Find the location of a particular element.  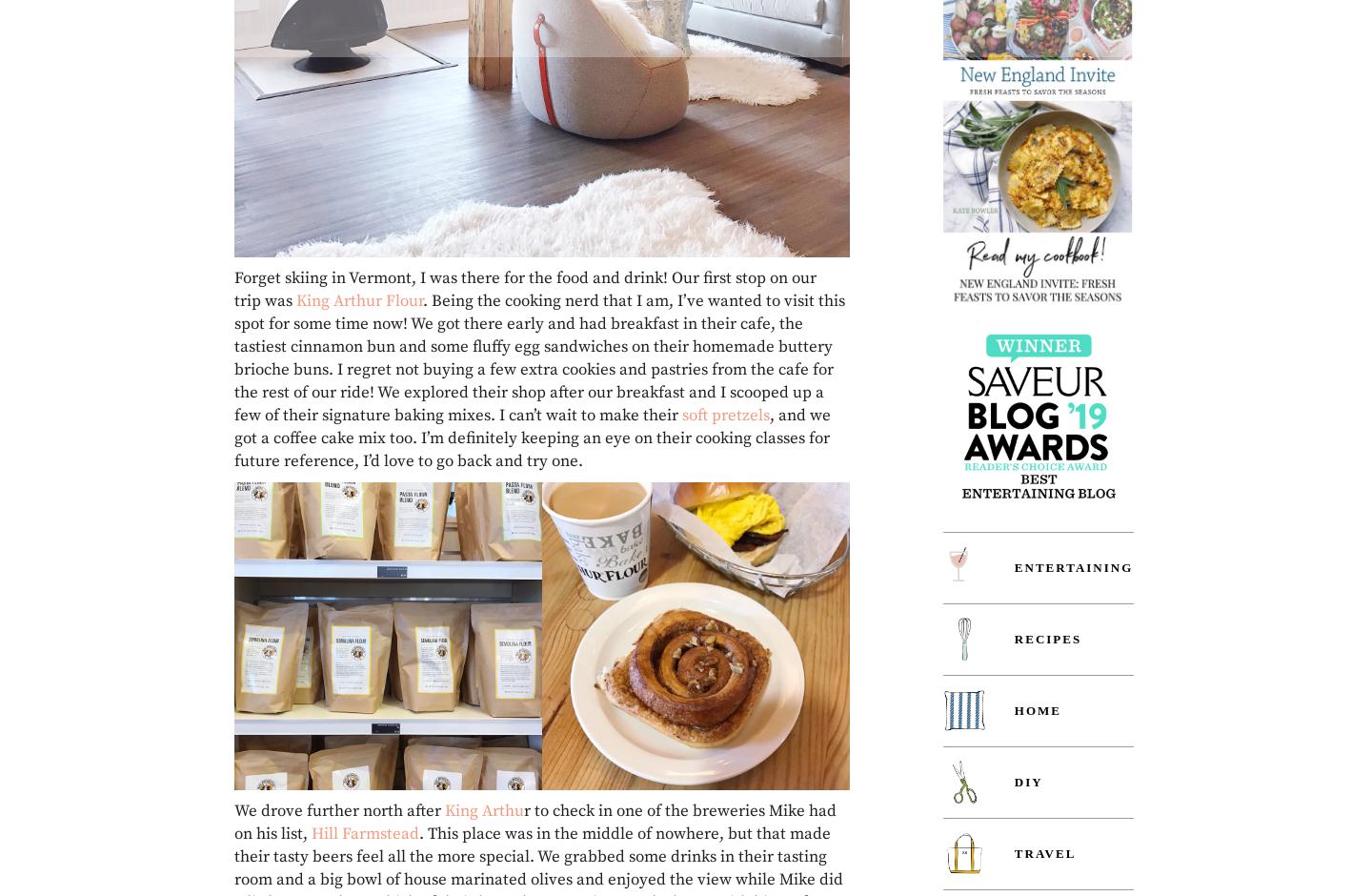

'r to check in one of the breweries Mike had on his list,' is located at coordinates (535, 820).